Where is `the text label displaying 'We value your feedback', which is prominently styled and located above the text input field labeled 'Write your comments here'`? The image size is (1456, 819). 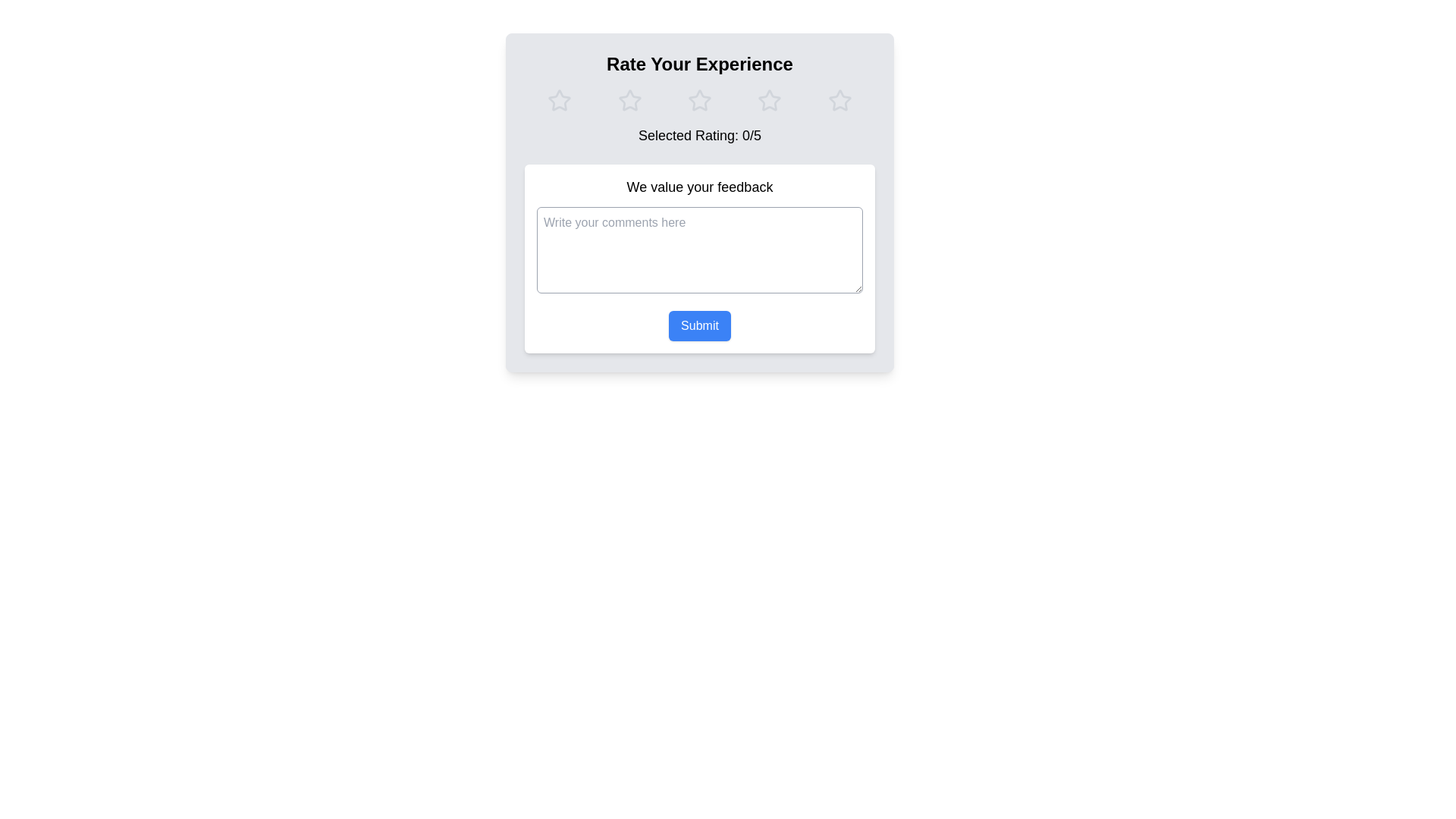 the text label displaying 'We value your feedback', which is prominently styled and located above the text input field labeled 'Write your comments here' is located at coordinates (698, 186).